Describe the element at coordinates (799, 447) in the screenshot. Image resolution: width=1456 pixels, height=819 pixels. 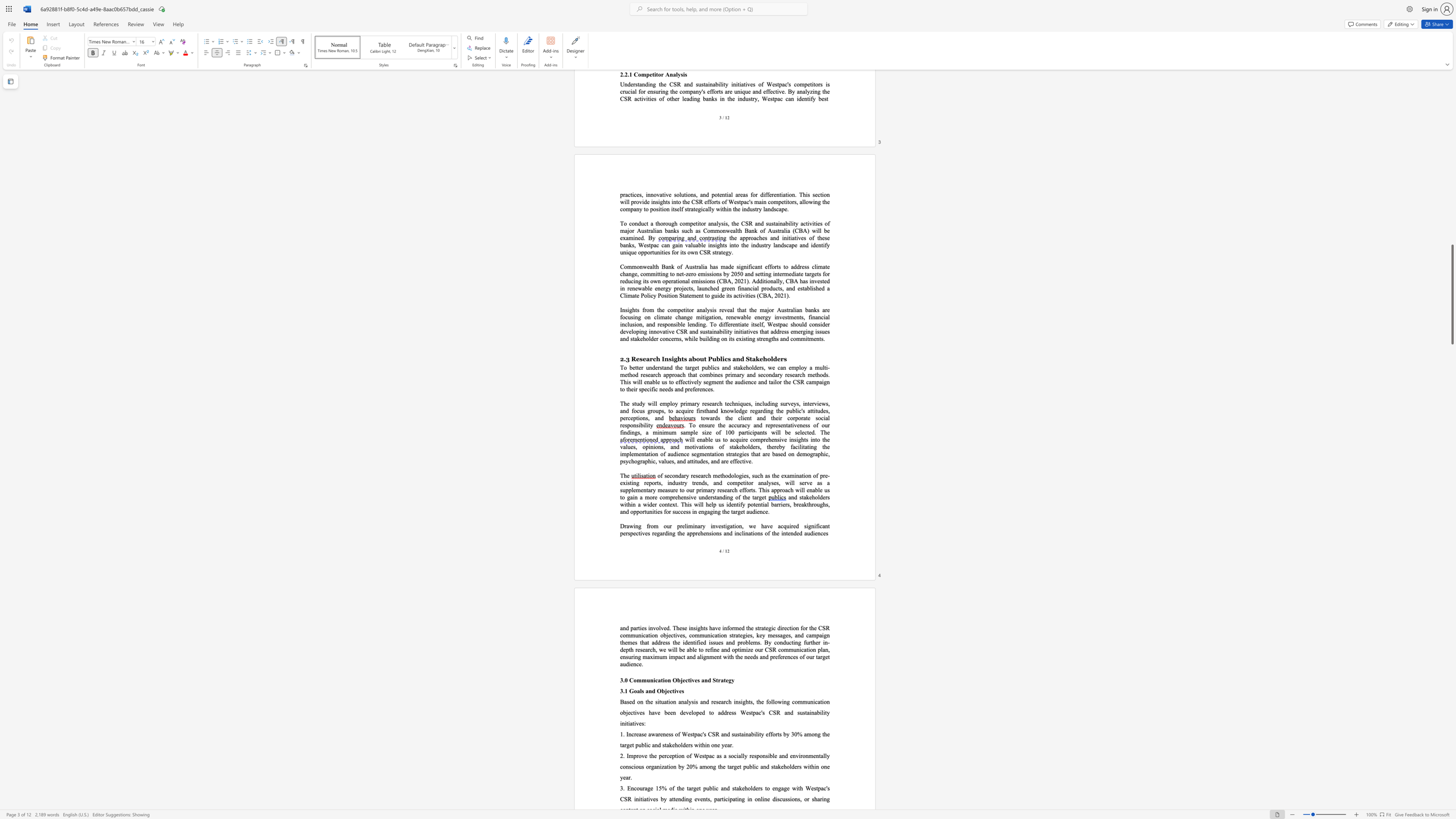
I see `the 1th character "i" in the text` at that location.